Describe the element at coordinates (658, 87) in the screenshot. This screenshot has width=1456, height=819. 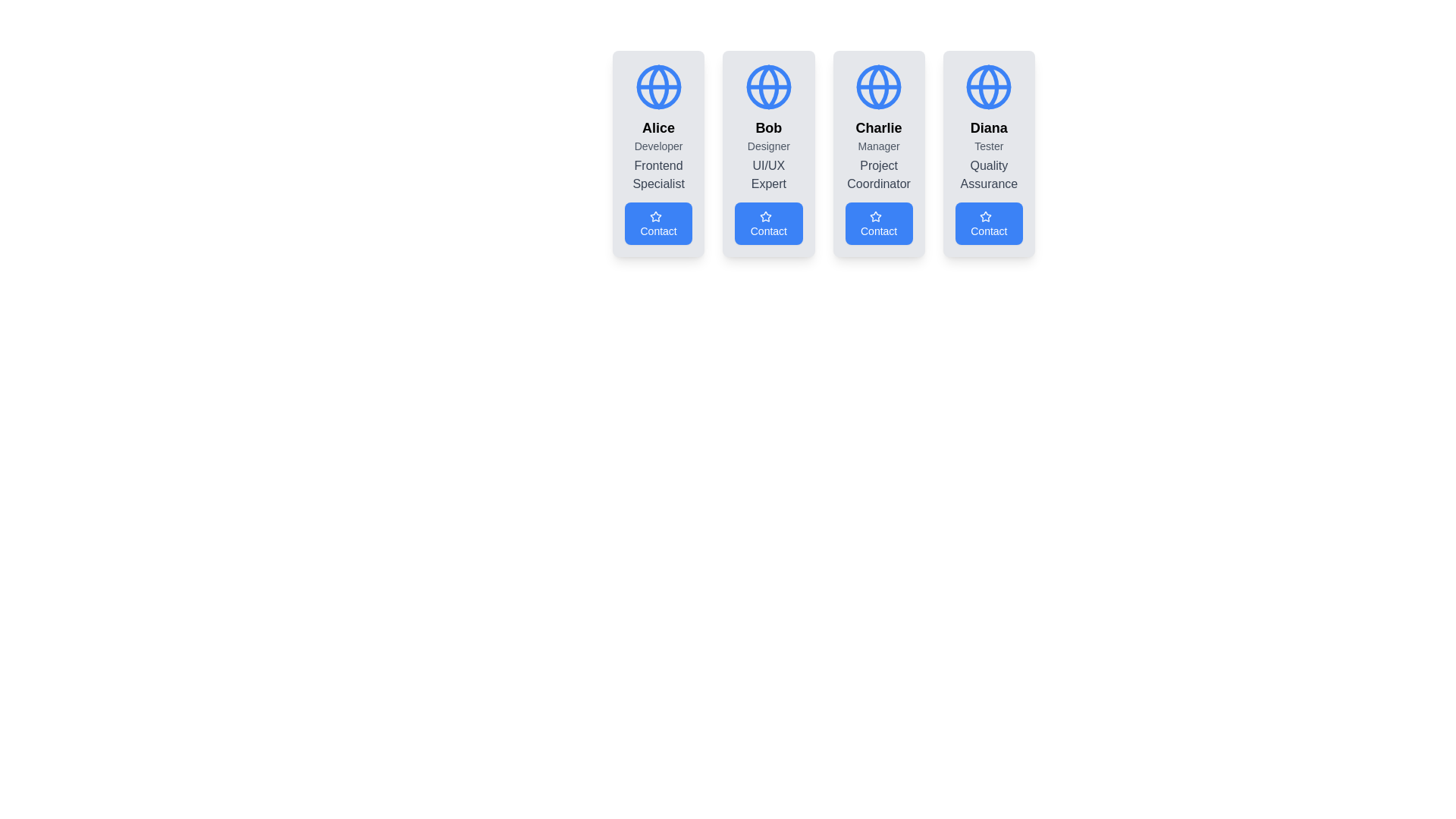
I see `the globe icon at the top of the card labeled 'Alice Developer Frontend Specialist'` at that location.